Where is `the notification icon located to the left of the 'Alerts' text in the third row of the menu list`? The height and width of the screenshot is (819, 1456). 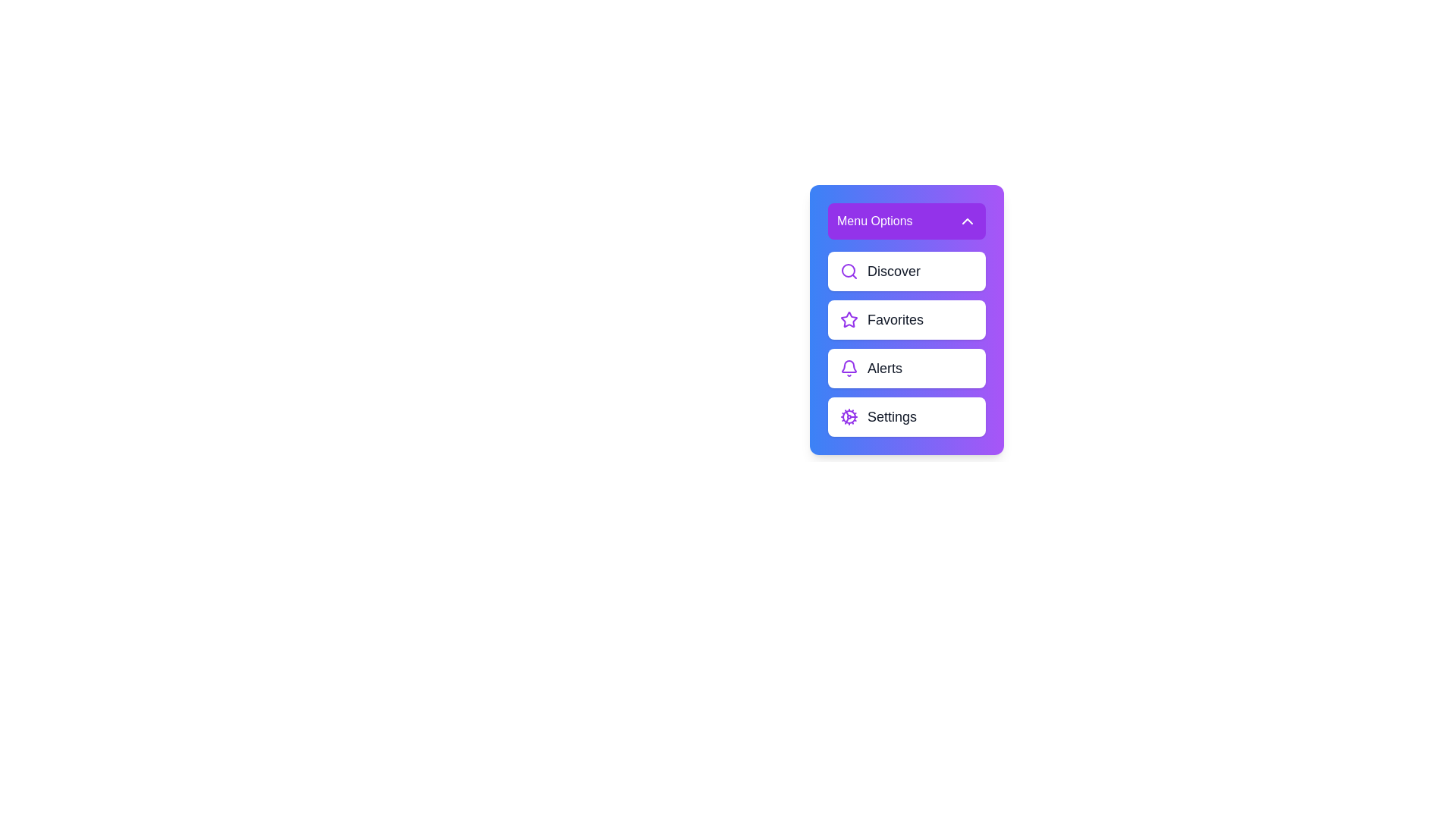 the notification icon located to the left of the 'Alerts' text in the third row of the menu list is located at coordinates (848, 369).